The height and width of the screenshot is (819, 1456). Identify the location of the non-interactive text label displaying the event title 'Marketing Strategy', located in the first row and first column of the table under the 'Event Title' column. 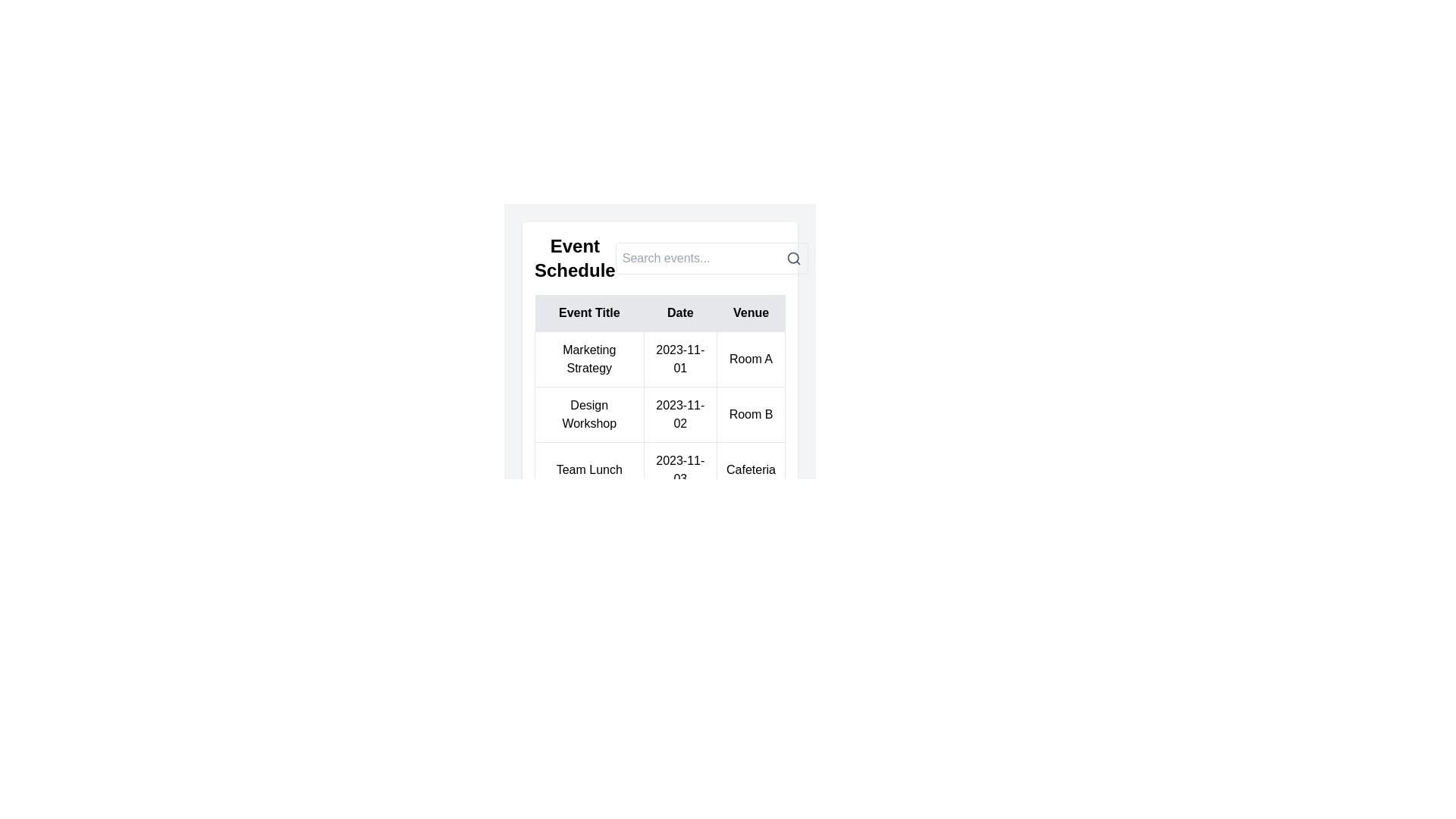
(588, 359).